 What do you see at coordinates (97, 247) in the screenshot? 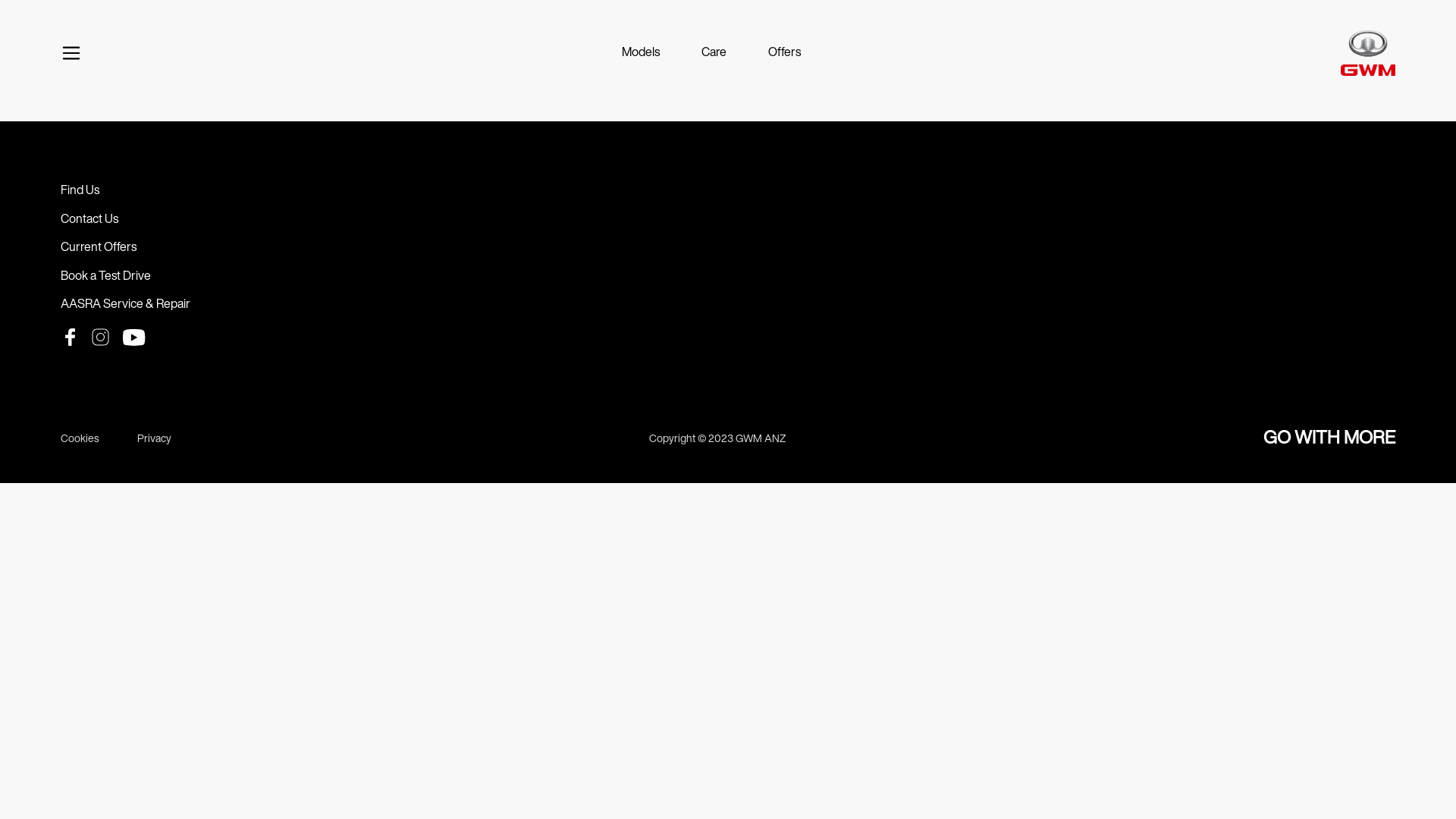
I see `'Current Offers'` at bounding box center [97, 247].